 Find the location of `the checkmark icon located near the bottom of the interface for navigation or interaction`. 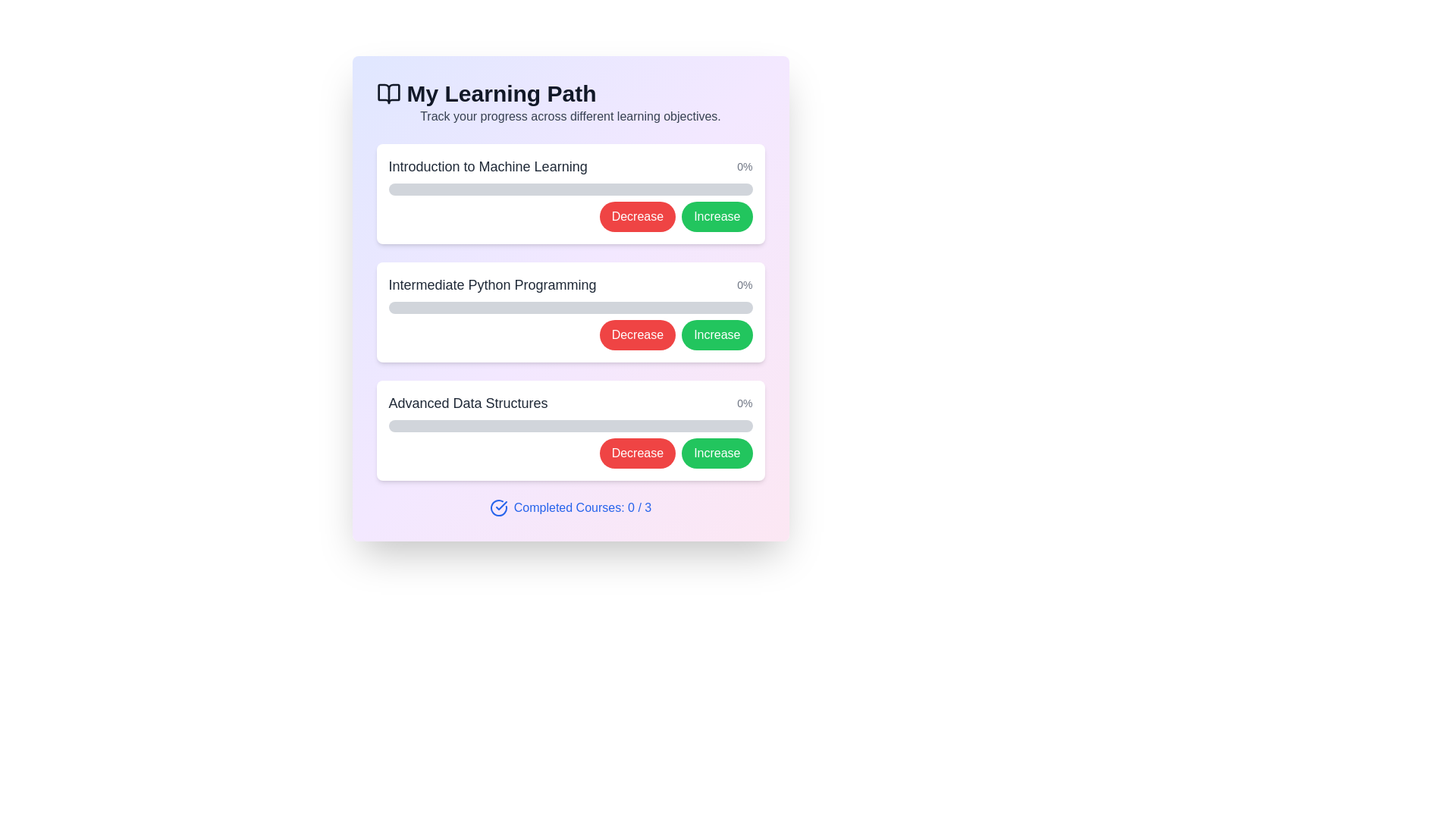

the checkmark icon located near the bottom of the interface for navigation or interaction is located at coordinates (501, 506).